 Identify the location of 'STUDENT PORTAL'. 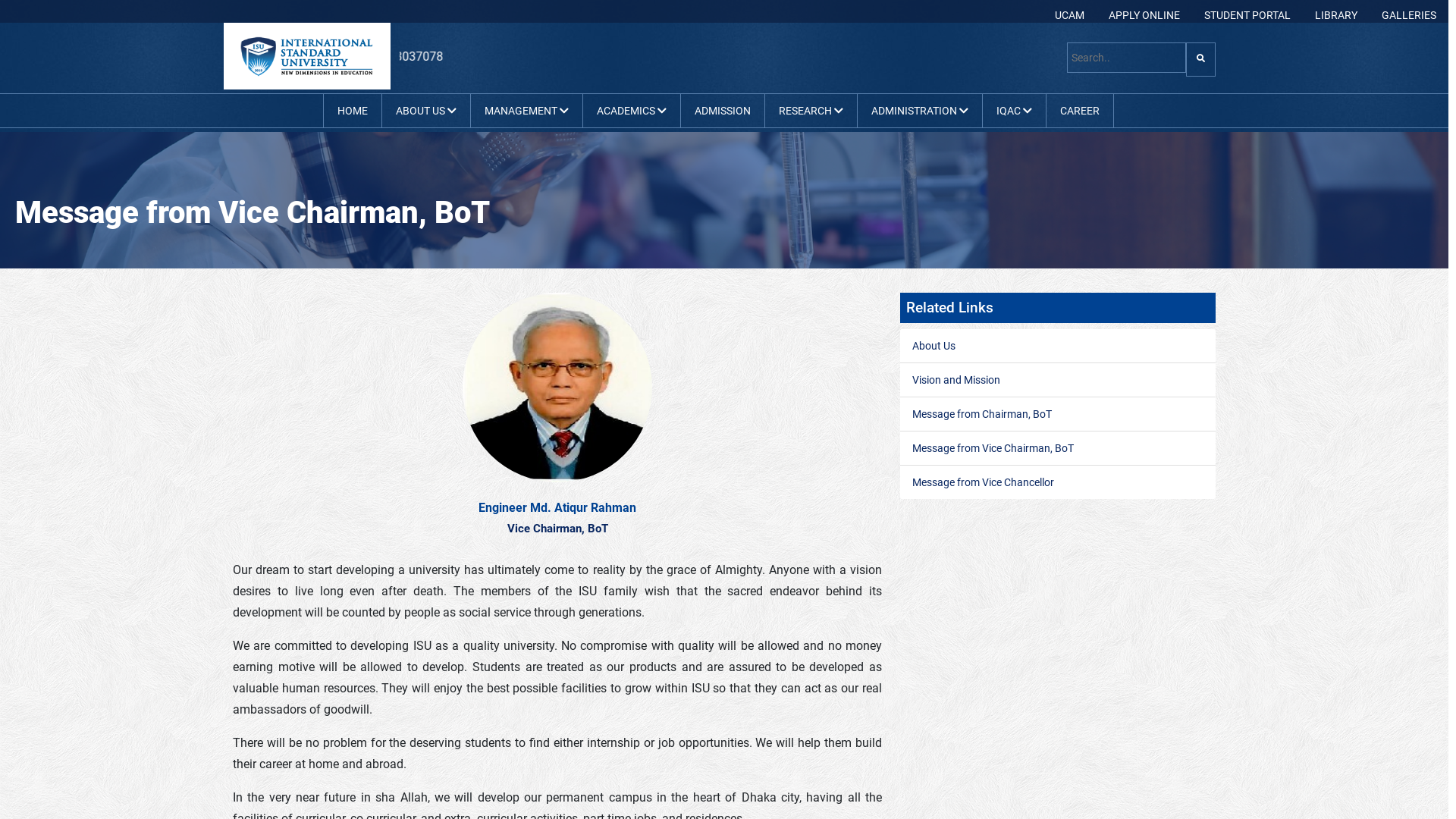
(1247, 14).